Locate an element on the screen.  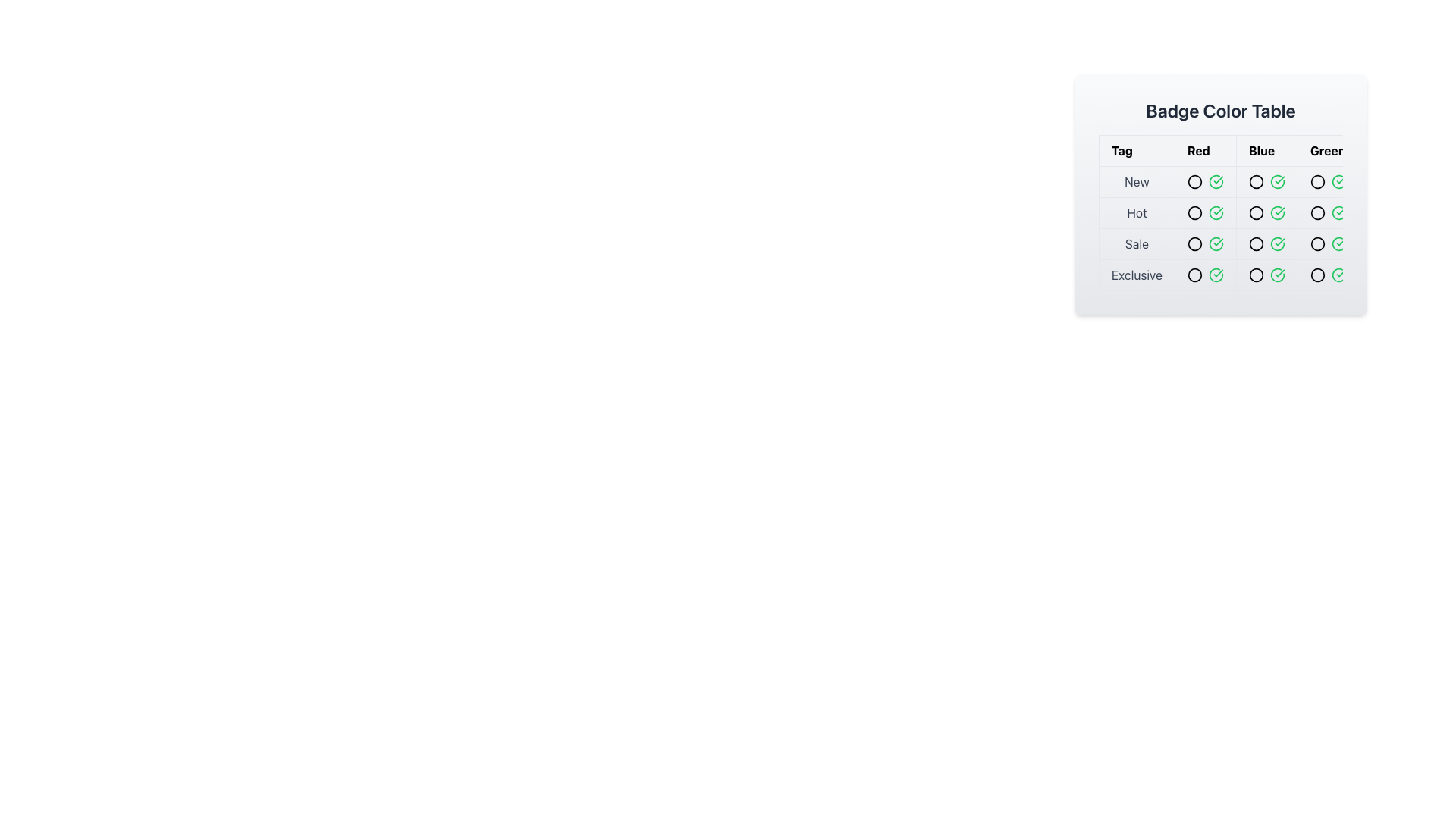
the Icon indicating the 'Red' status for the 'Exclusive' tag located in the bottom-most row of the 'Badge Color Table' is located at coordinates (1194, 275).